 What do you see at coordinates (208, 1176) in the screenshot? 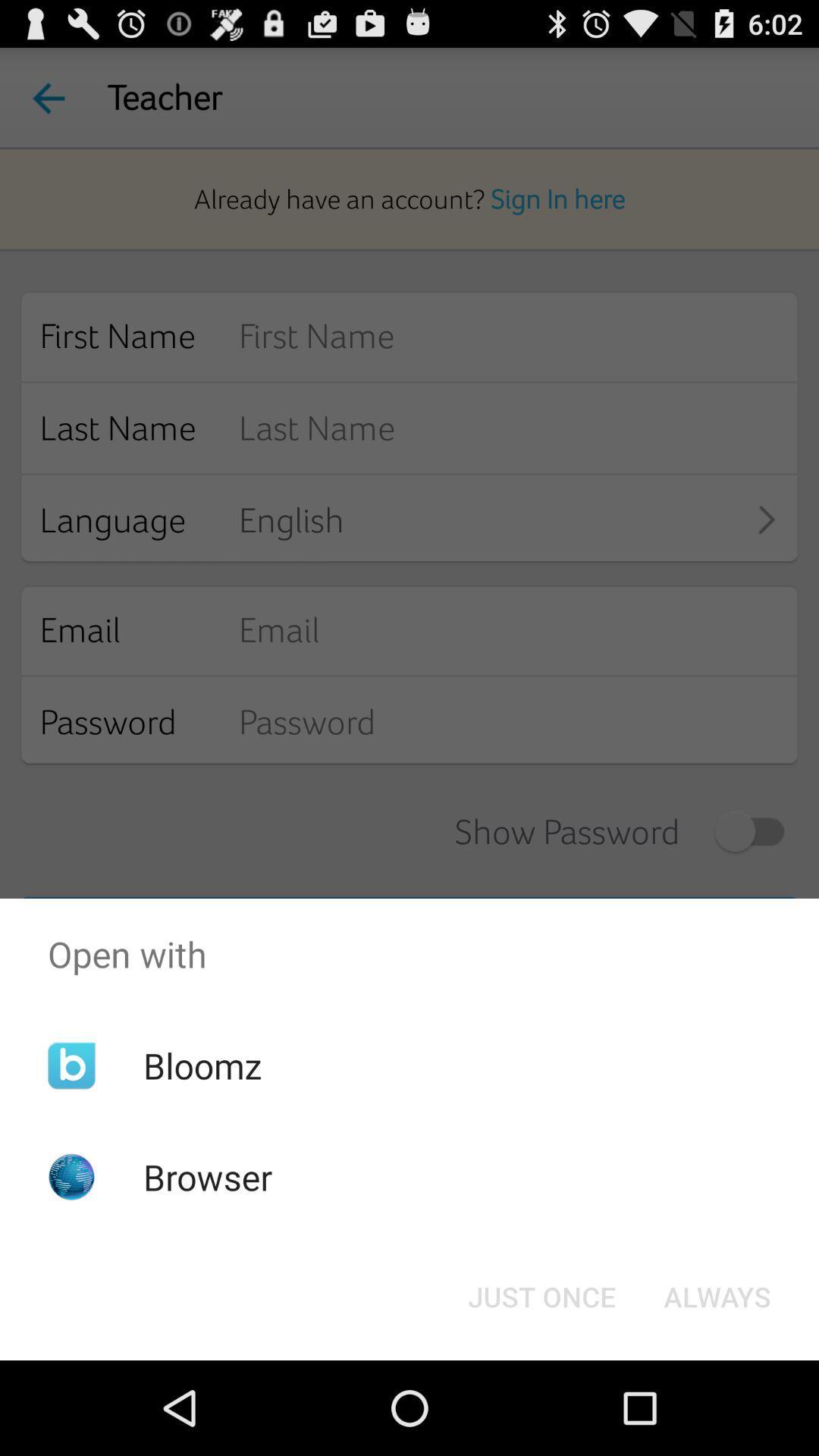
I see `item below bloomz icon` at bounding box center [208, 1176].